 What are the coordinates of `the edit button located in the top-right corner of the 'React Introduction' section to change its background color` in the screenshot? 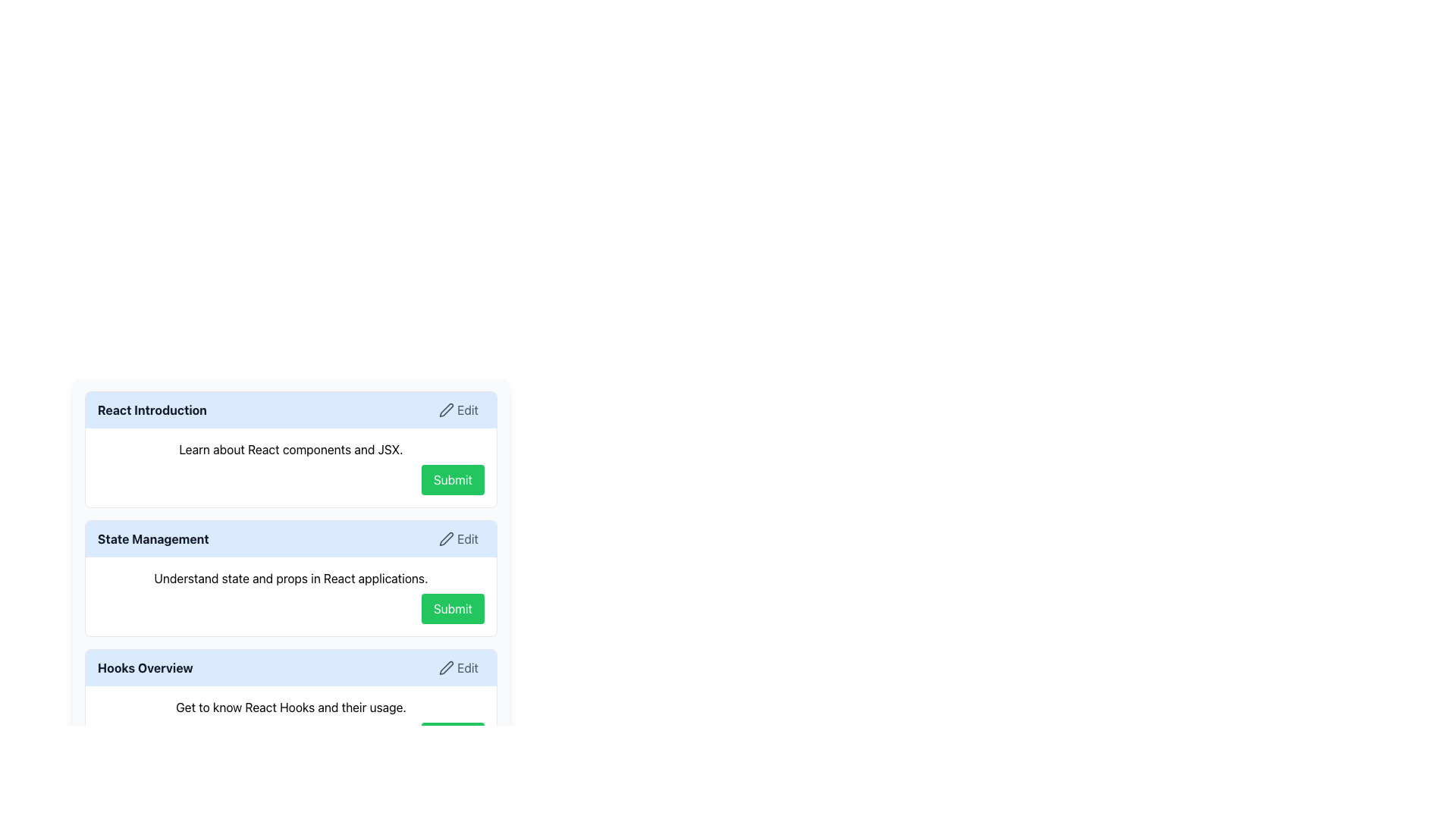 It's located at (457, 409).